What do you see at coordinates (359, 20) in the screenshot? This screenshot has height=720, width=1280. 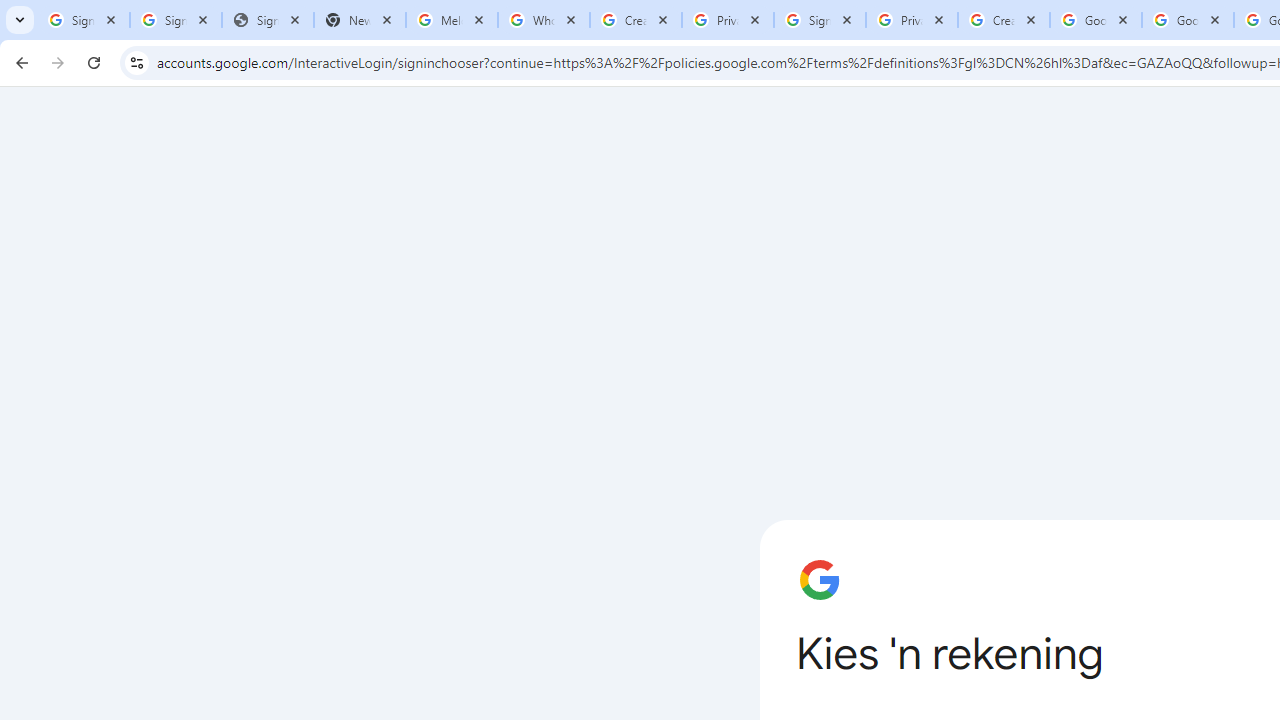 I see `'New Tab'` at bounding box center [359, 20].